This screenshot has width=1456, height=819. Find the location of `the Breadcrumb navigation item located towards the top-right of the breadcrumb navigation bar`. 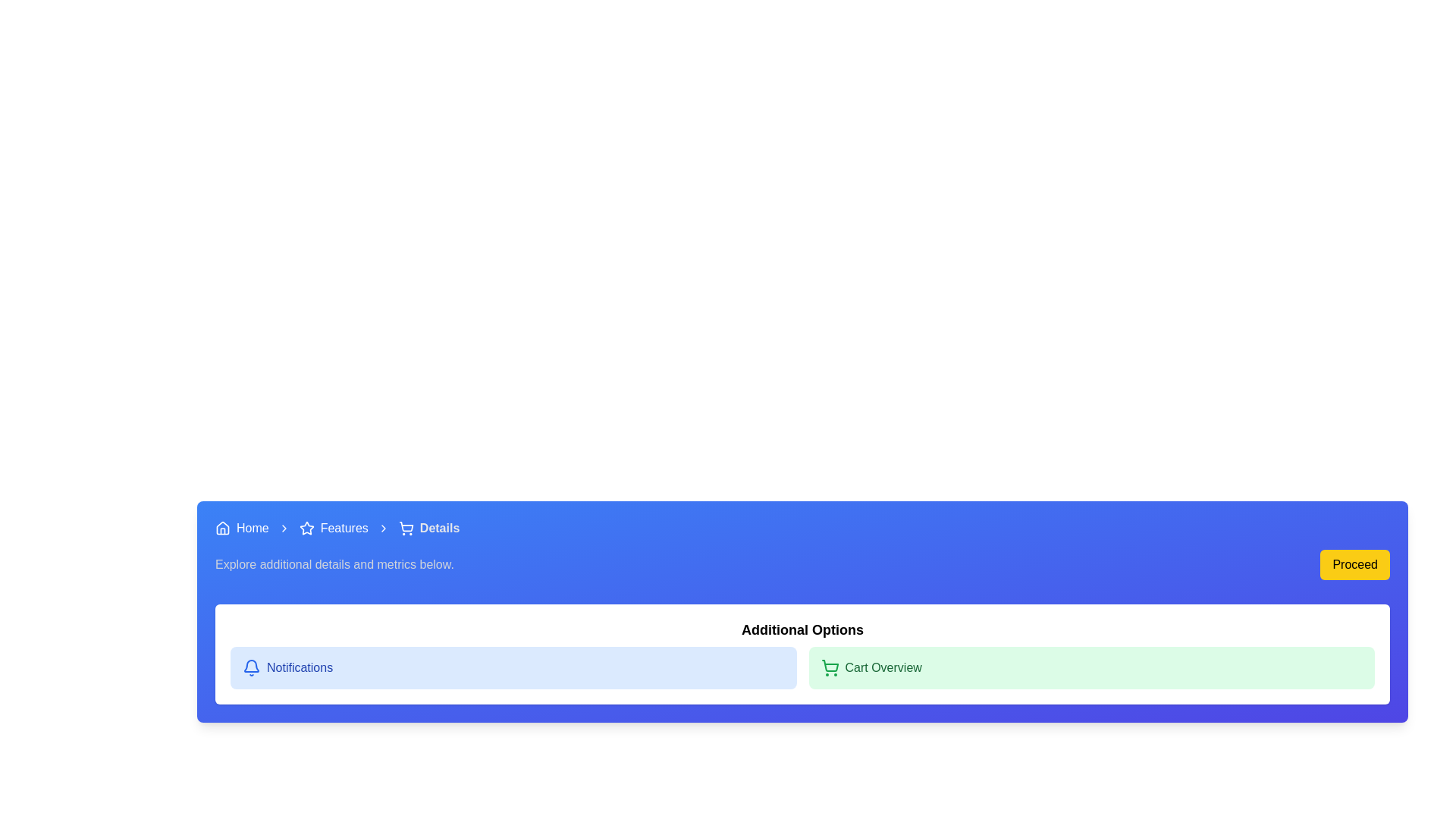

the Breadcrumb navigation item located towards the top-right of the breadcrumb navigation bar is located at coordinates (428, 528).